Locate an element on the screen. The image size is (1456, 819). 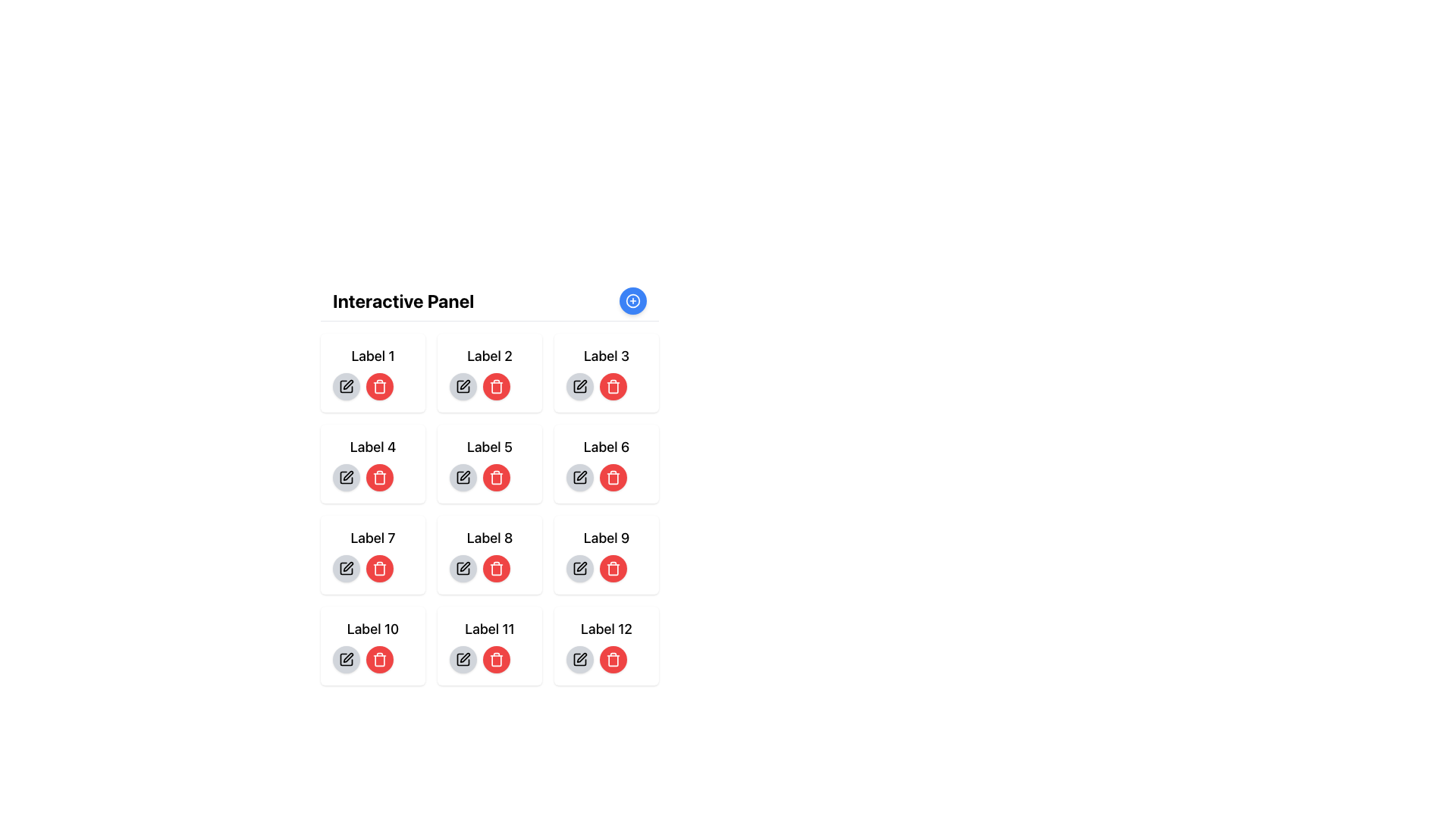
the delete button associated with 'Label 7' is located at coordinates (372, 568).